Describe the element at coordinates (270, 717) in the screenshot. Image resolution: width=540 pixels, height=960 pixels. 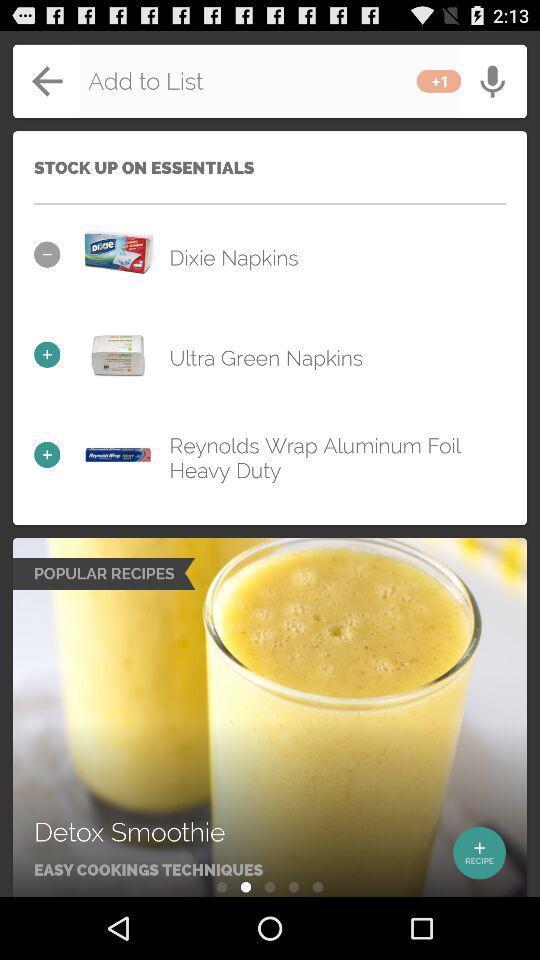
I see `image of smoothie and link to recipe` at that location.